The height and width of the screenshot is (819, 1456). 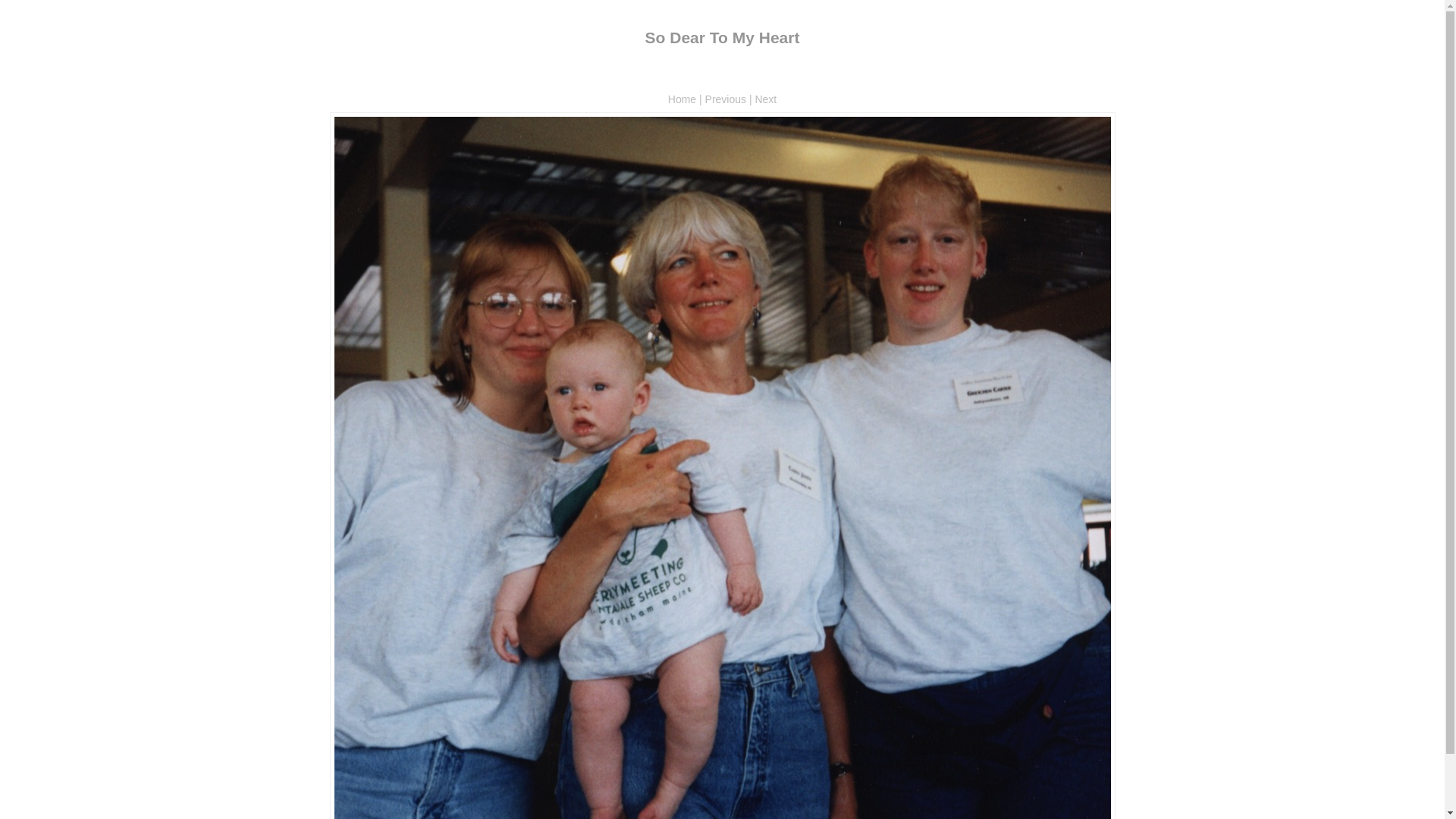 What do you see at coordinates (724, 99) in the screenshot?
I see `'Previous'` at bounding box center [724, 99].